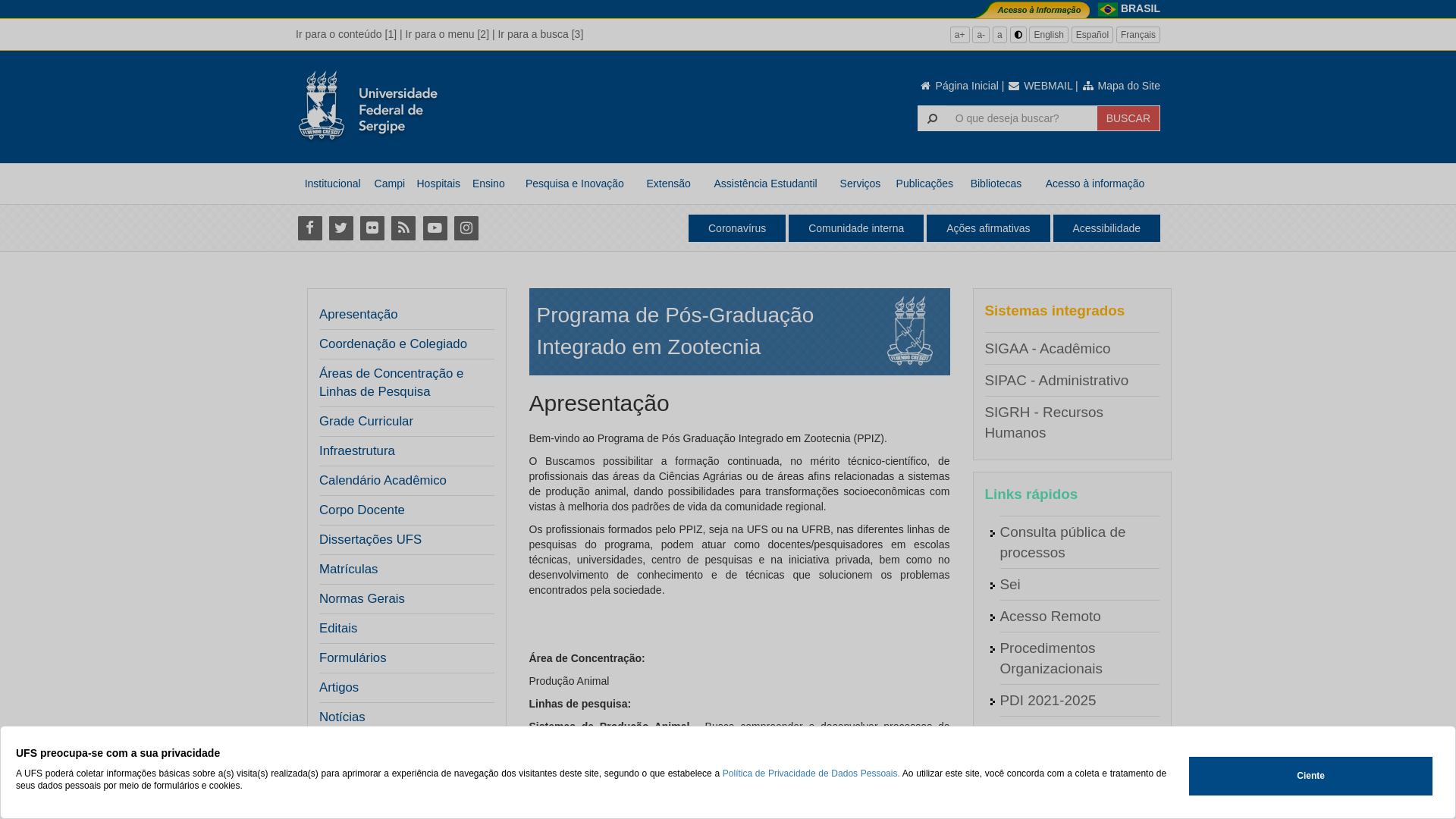 Image resolution: width=1456 pixels, height=819 pixels. What do you see at coordinates (389, 183) in the screenshot?
I see `'Campi'` at bounding box center [389, 183].